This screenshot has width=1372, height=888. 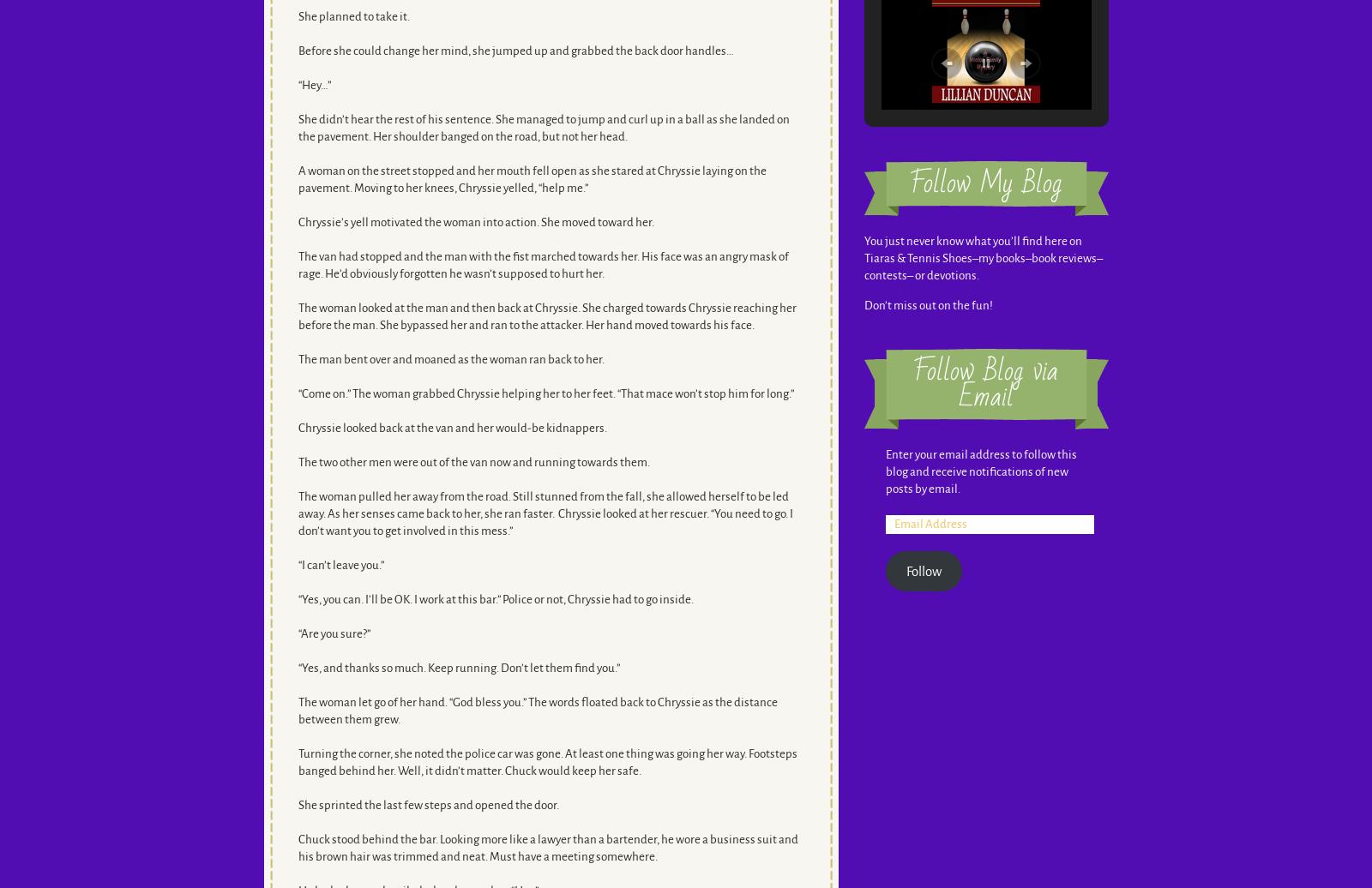 I want to click on 'She sprinted the last few steps and opened the door.', so click(x=298, y=805).